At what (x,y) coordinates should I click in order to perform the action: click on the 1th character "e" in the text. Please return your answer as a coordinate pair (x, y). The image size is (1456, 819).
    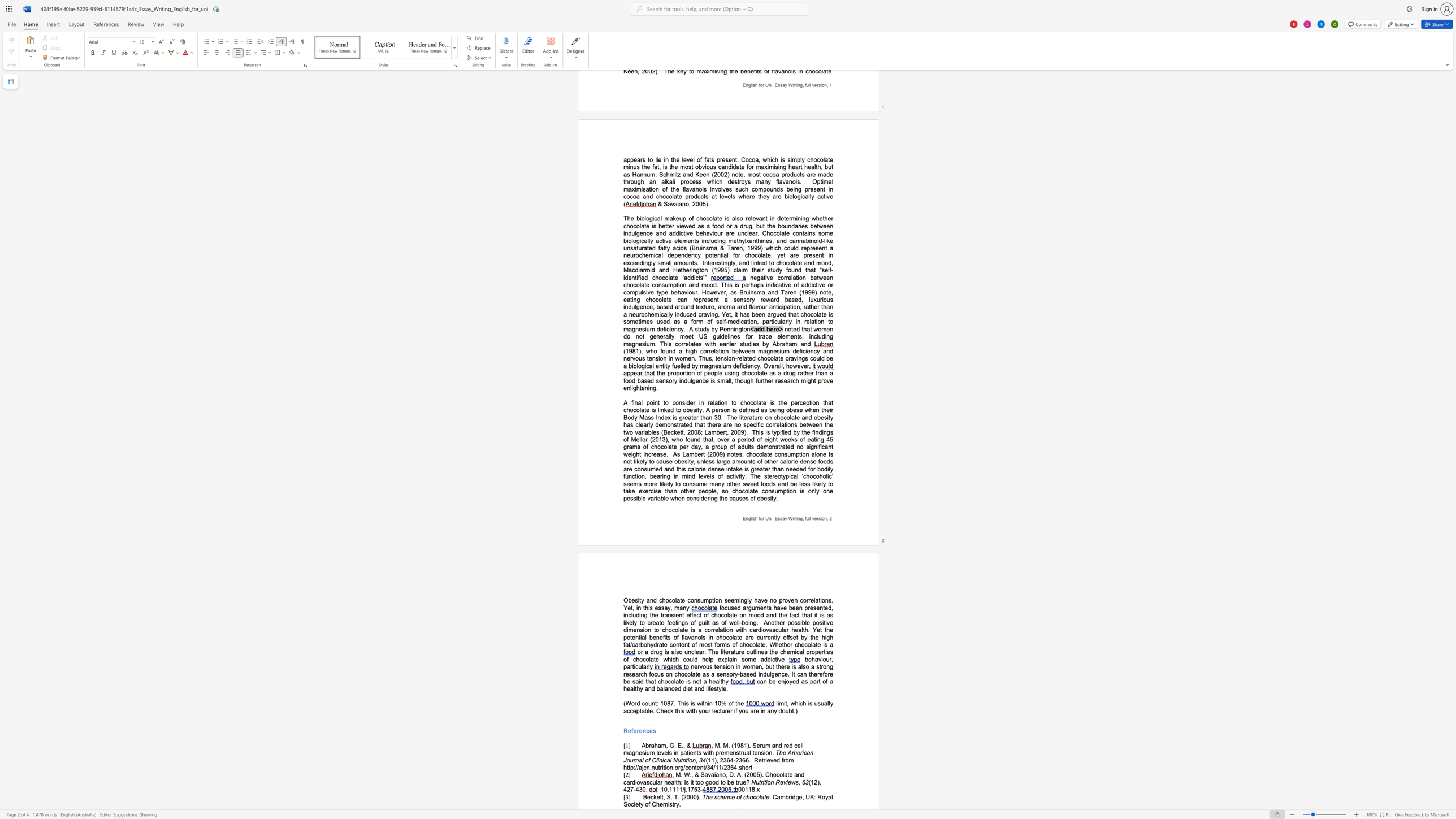
    Looking at the image, I should click on (630, 731).